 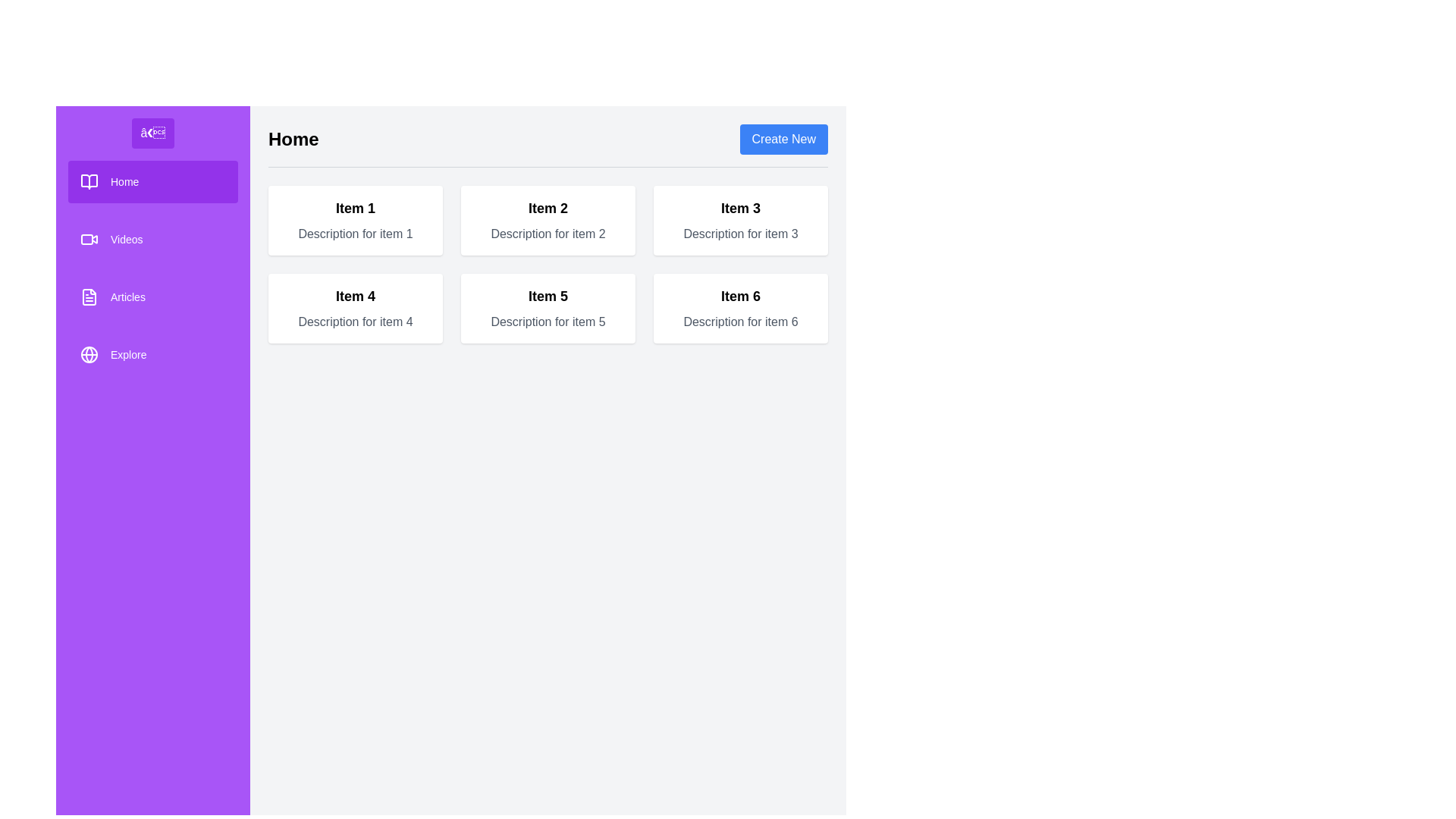 What do you see at coordinates (152, 180) in the screenshot?
I see `the purple 'Home' button with rounded corners on the left sidebar` at bounding box center [152, 180].